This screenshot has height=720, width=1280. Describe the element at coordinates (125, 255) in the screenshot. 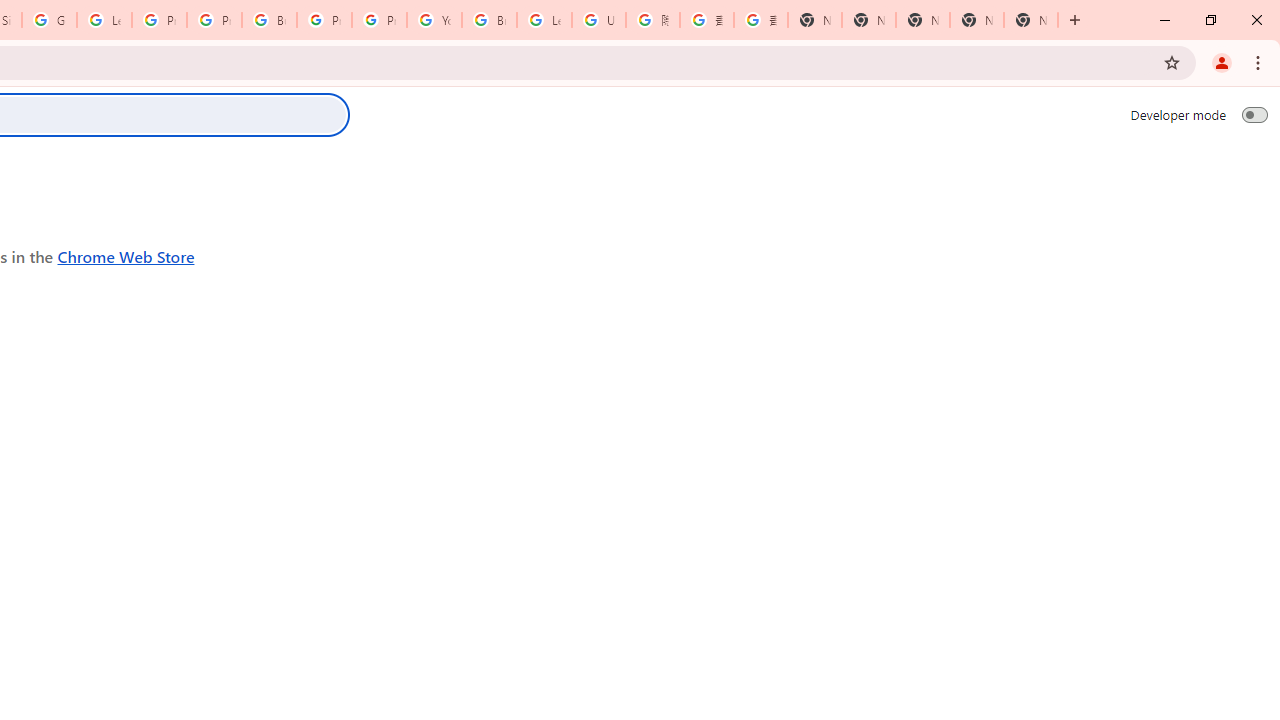

I see `'Chrome Web Store'` at that location.